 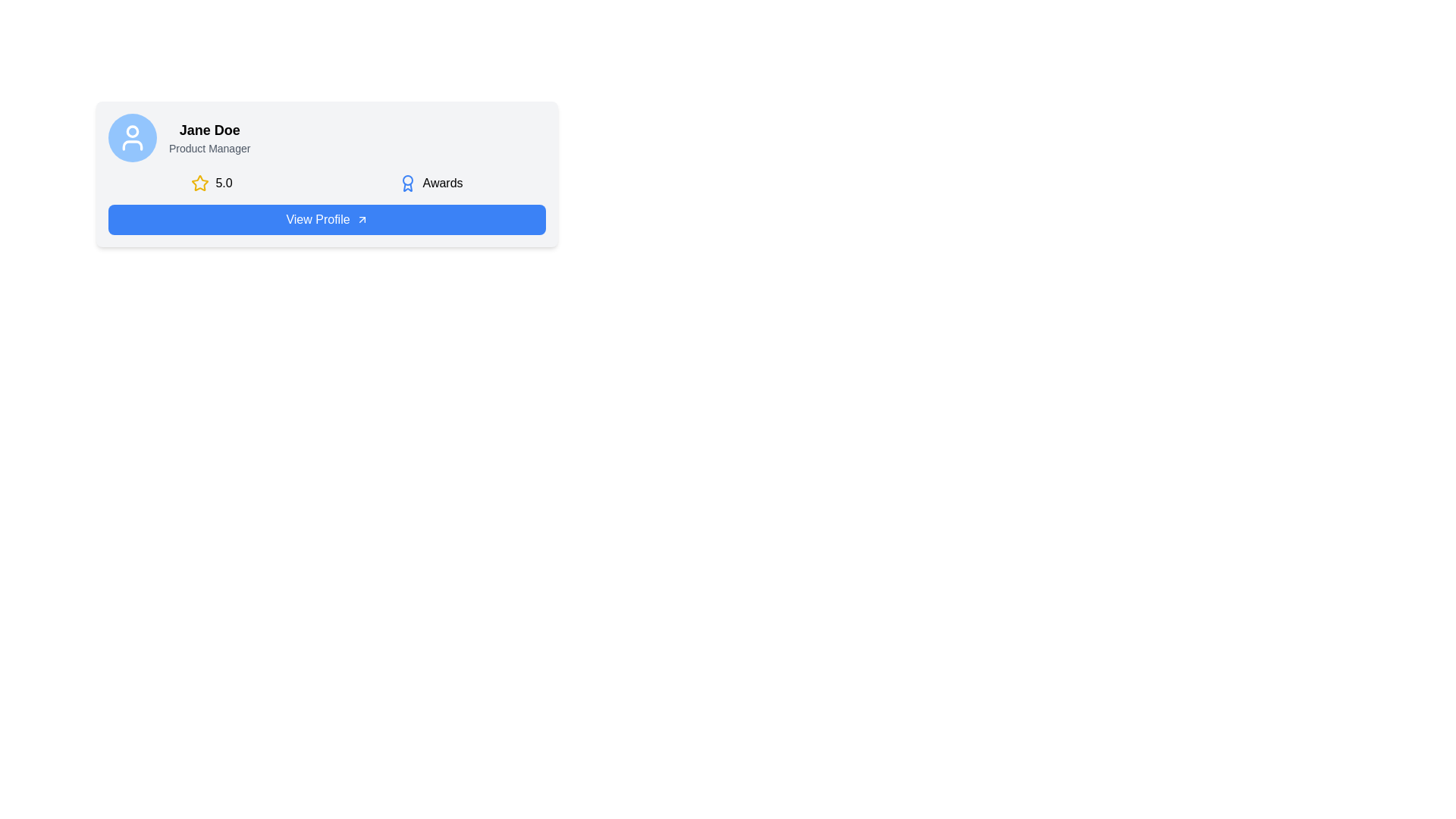 I want to click on the composite display element consisting of a star icon with a yellow outline and the numerical text '5.0', so click(x=211, y=183).